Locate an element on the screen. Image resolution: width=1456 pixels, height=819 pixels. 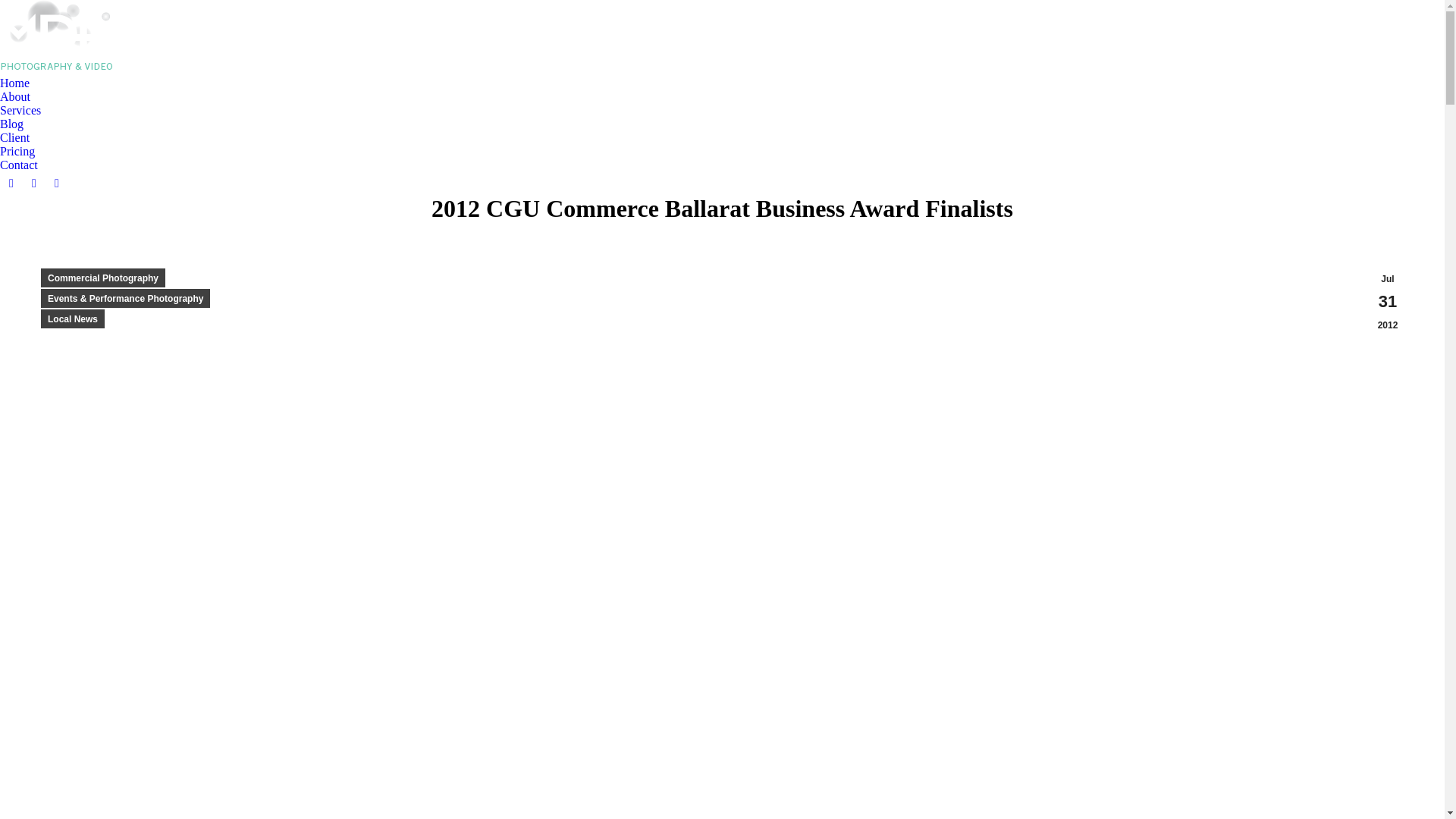
'Linkedin page opens in new window' is located at coordinates (11, 183).